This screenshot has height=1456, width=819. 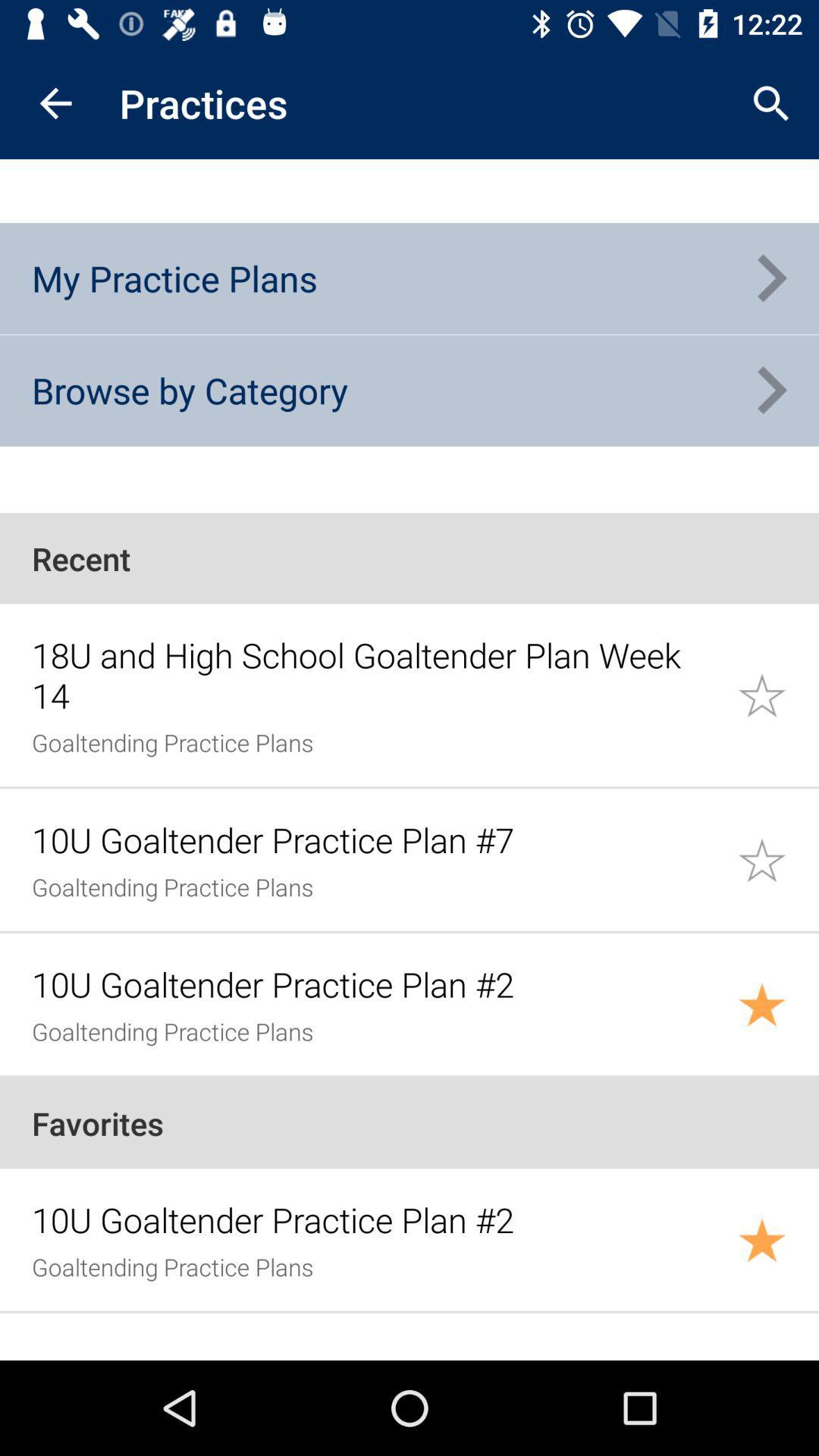 What do you see at coordinates (778, 694) in the screenshot?
I see `this practice plan` at bounding box center [778, 694].